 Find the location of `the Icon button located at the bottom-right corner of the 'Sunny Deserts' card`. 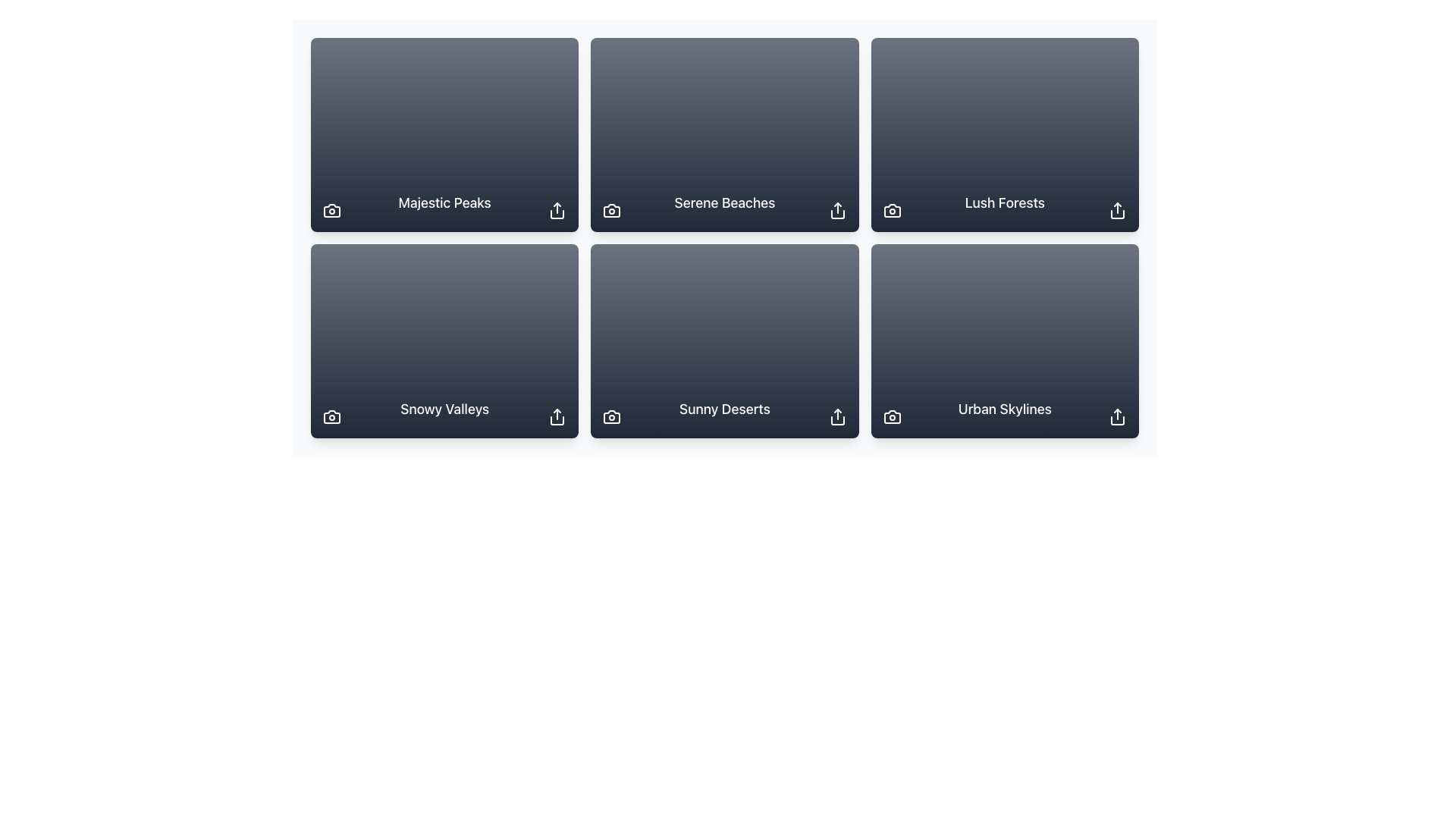

the Icon button located at the bottom-right corner of the 'Sunny Deserts' card is located at coordinates (836, 417).